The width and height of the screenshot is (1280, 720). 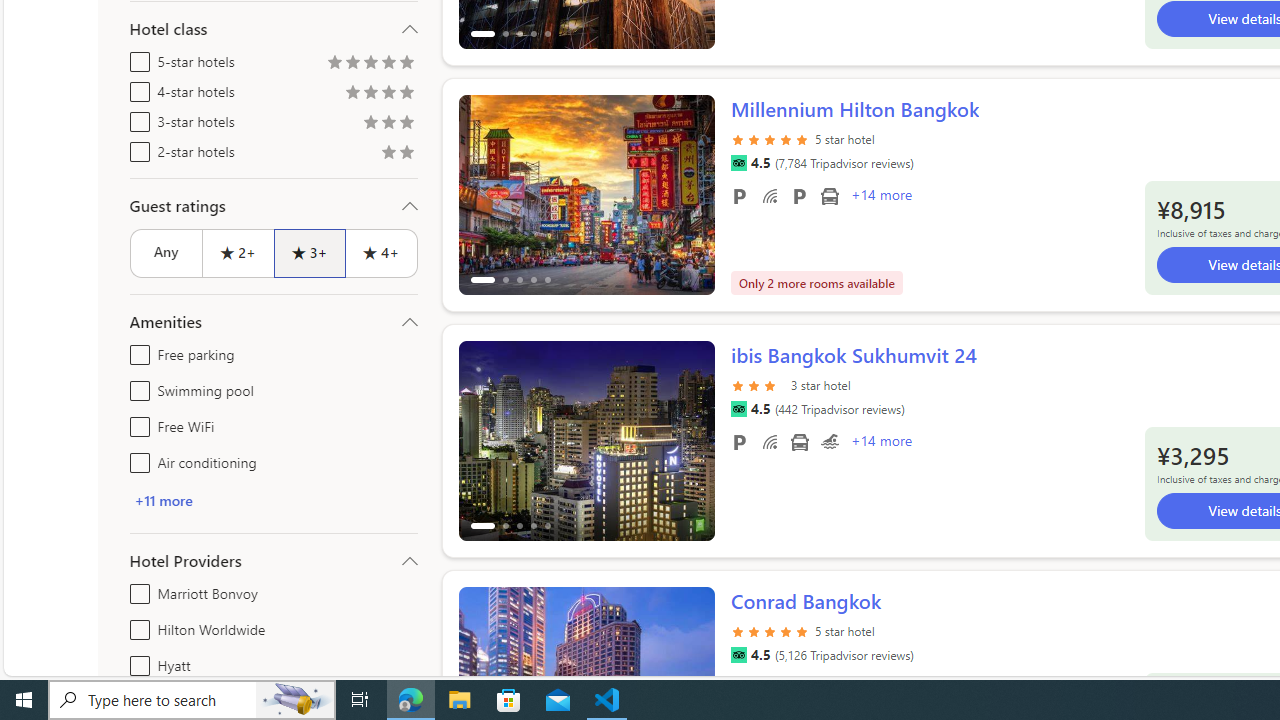 I want to click on 'Free parking', so click(x=135, y=350).